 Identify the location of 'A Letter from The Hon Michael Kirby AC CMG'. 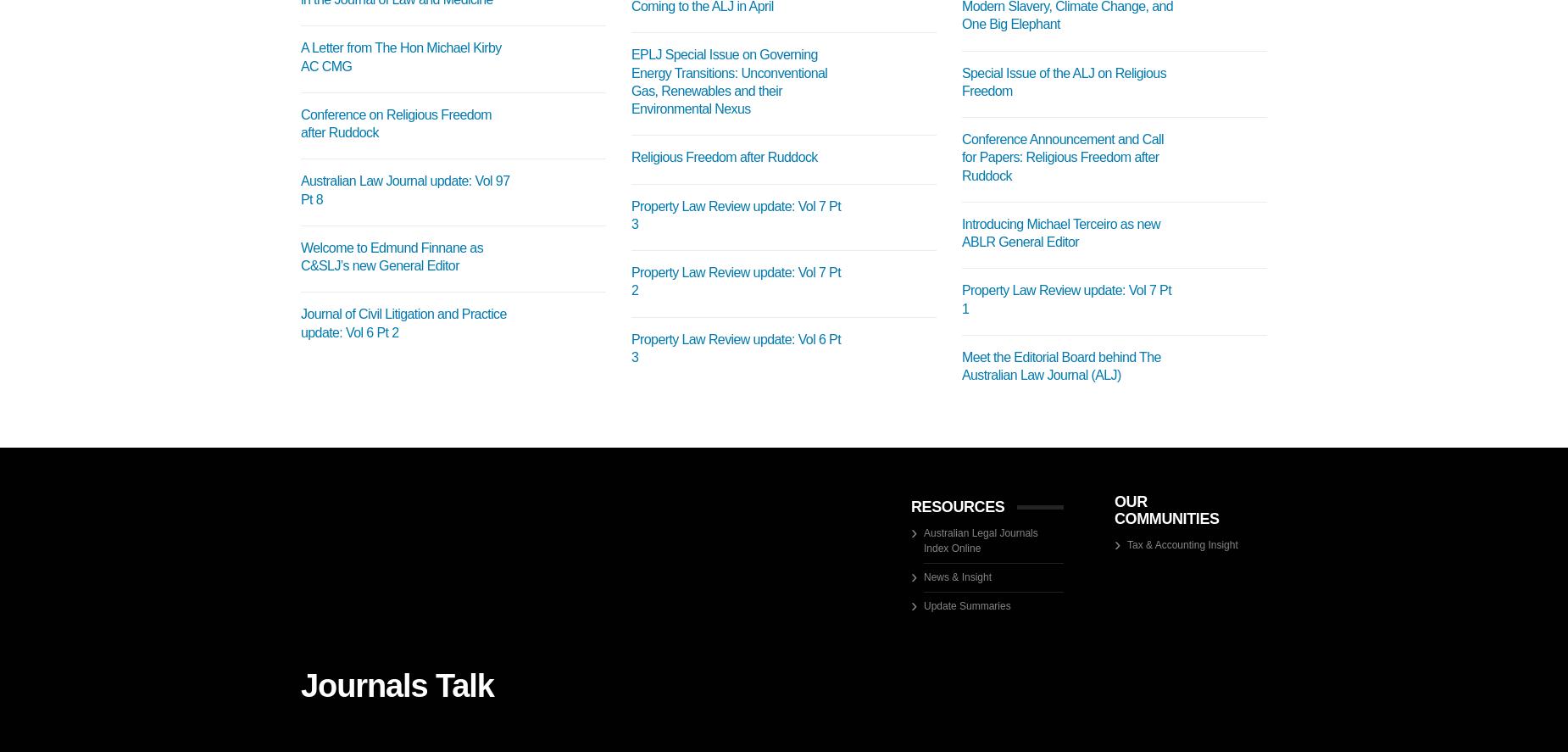
(401, 55).